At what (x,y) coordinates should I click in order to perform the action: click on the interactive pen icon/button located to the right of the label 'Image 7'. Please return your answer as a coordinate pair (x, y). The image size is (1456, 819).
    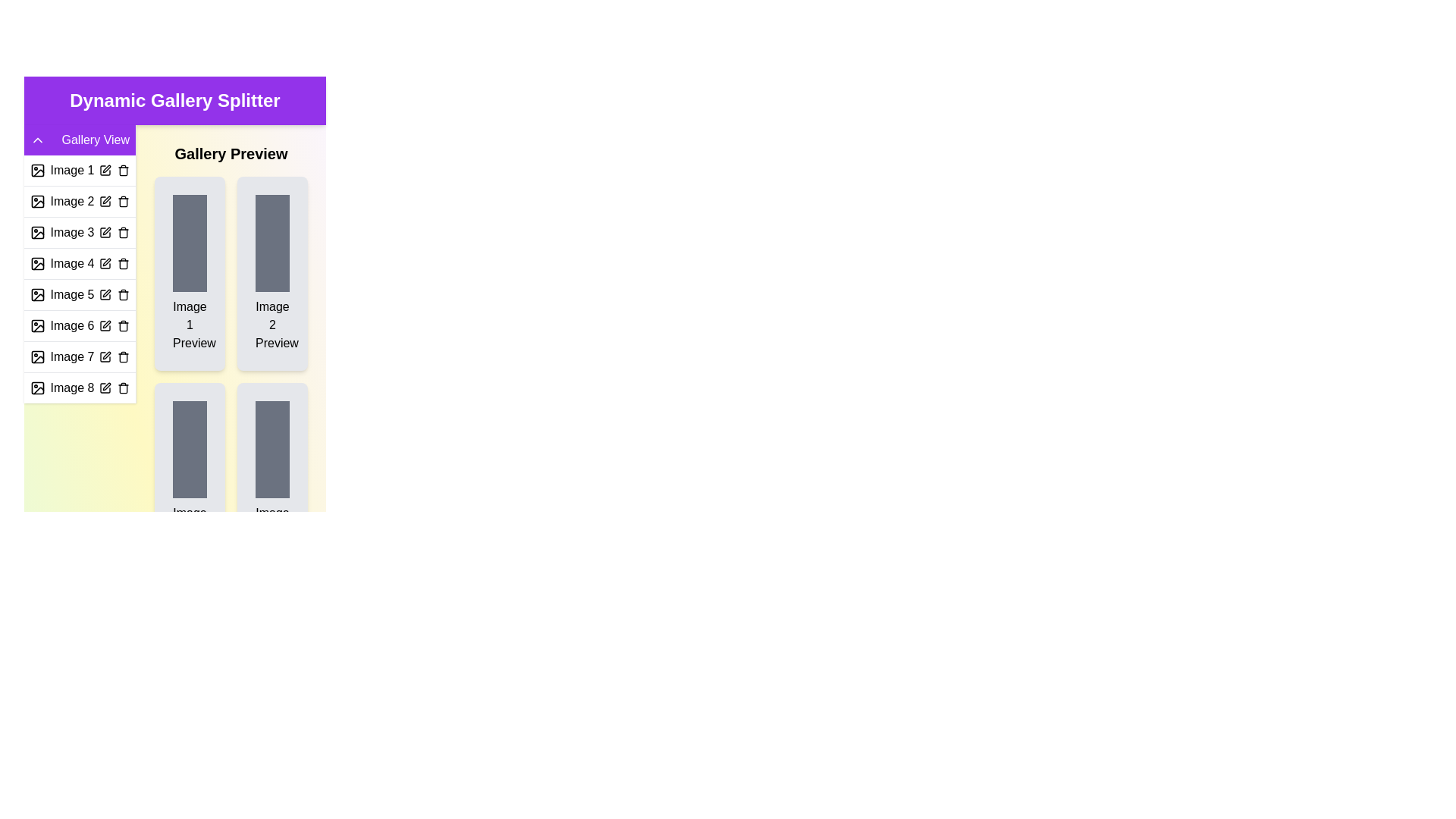
    Looking at the image, I should click on (105, 356).